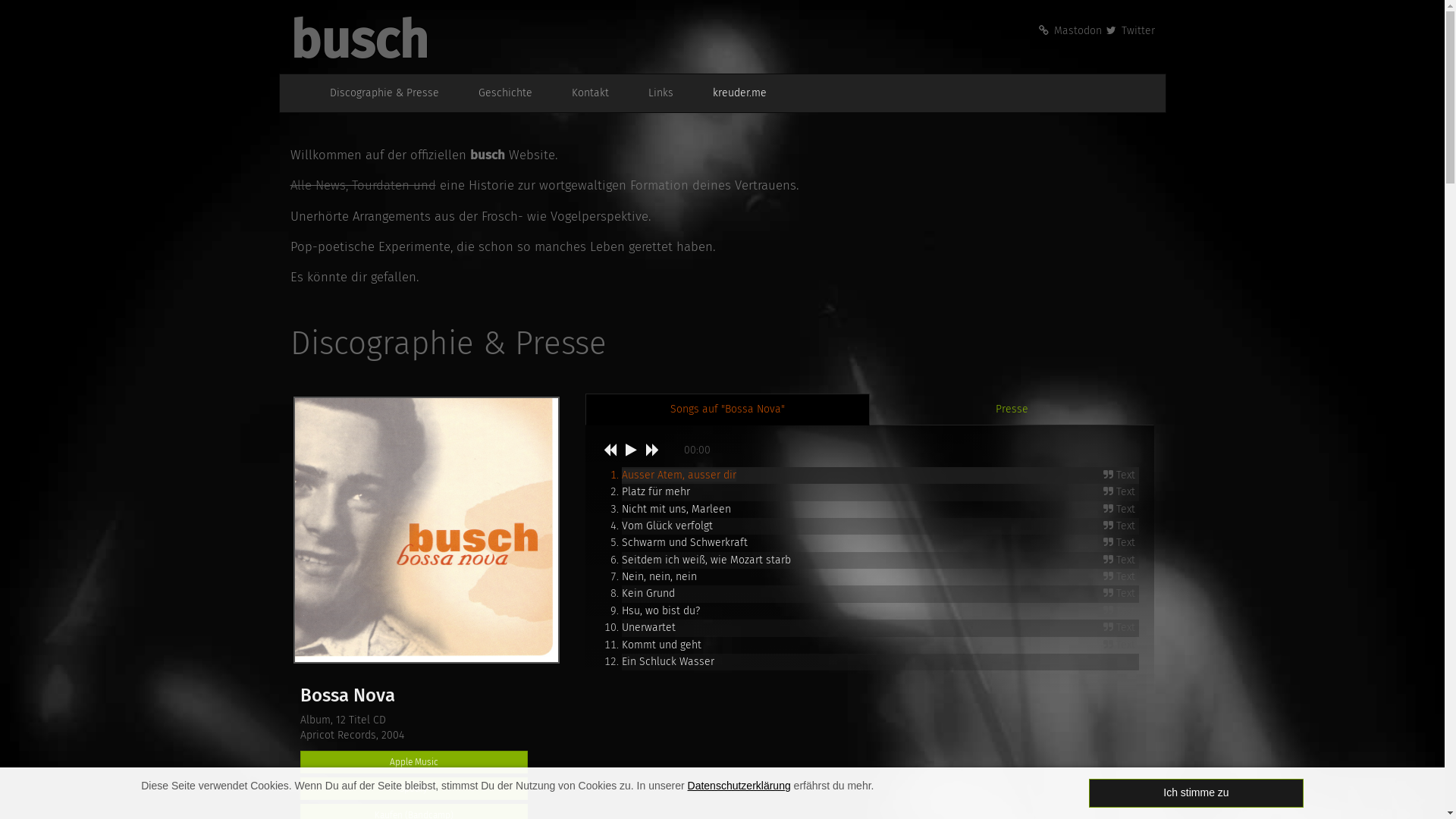 Image resolution: width=1456 pixels, height=819 pixels. I want to click on 'Unerwartet', so click(648, 627).